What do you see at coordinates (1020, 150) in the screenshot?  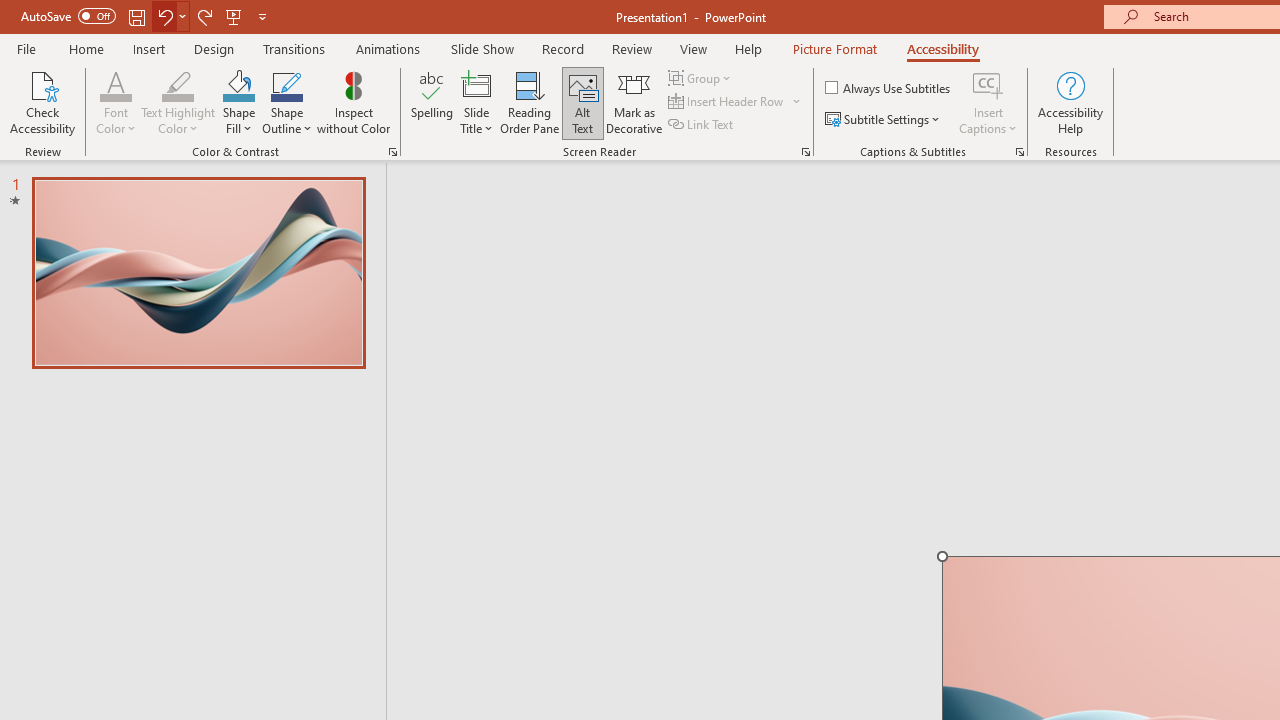 I see `'Captions & Subtitles'` at bounding box center [1020, 150].